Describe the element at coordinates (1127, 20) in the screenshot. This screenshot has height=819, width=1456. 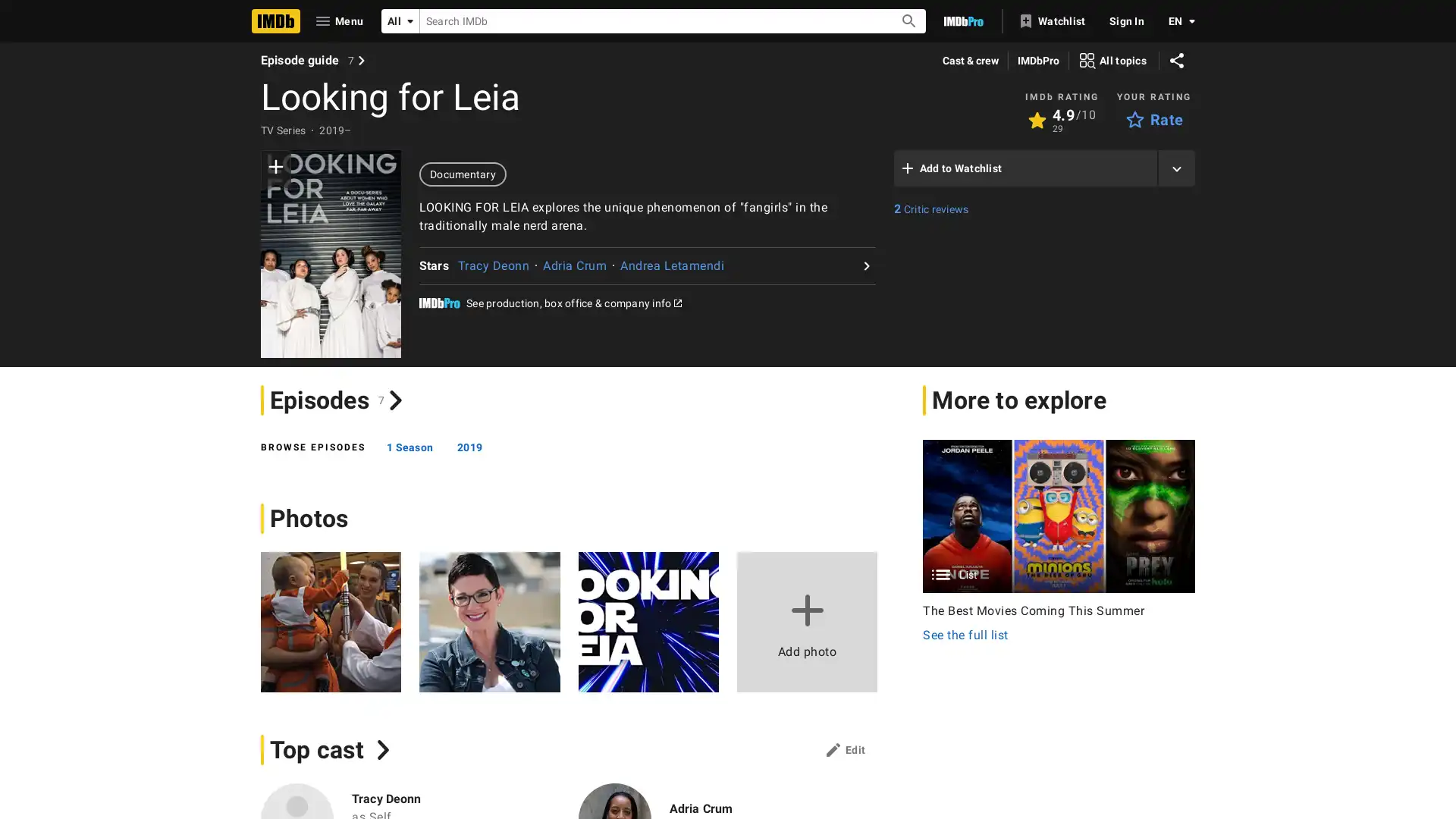
I see `Sign In` at that location.